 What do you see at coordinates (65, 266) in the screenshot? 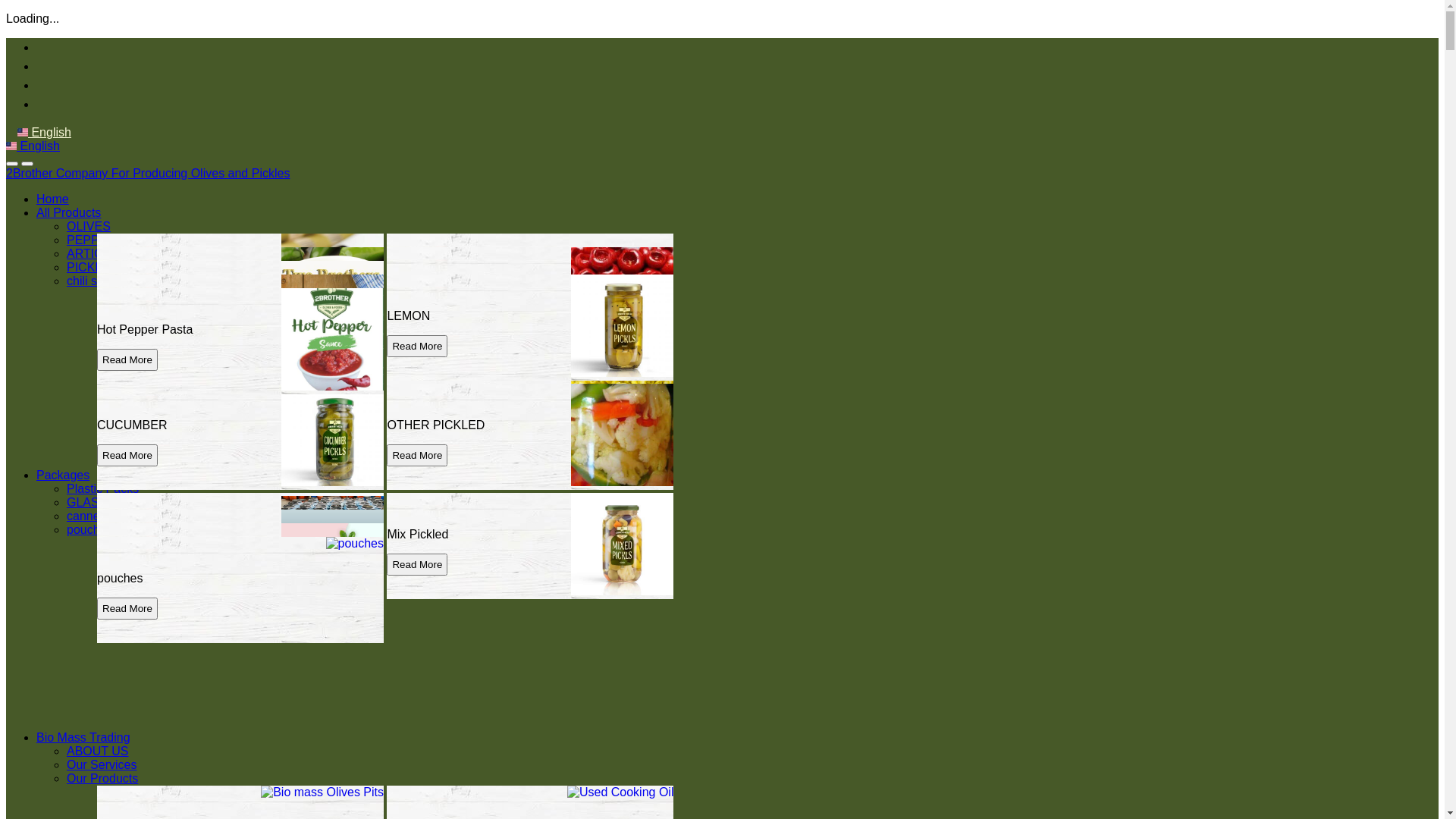
I see `'PICKLES'` at bounding box center [65, 266].